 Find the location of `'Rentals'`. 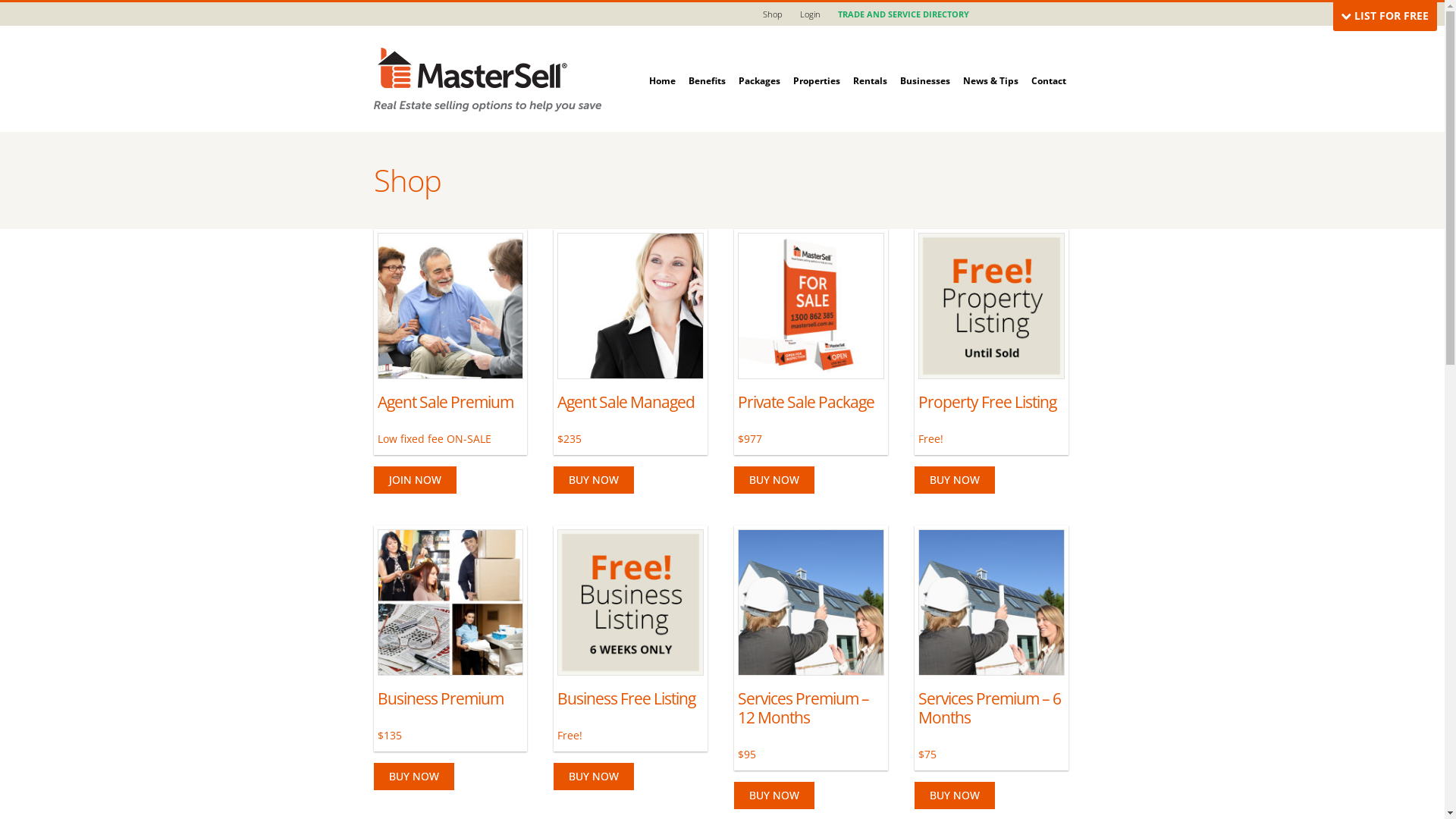

'Rentals' is located at coordinates (869, 64).